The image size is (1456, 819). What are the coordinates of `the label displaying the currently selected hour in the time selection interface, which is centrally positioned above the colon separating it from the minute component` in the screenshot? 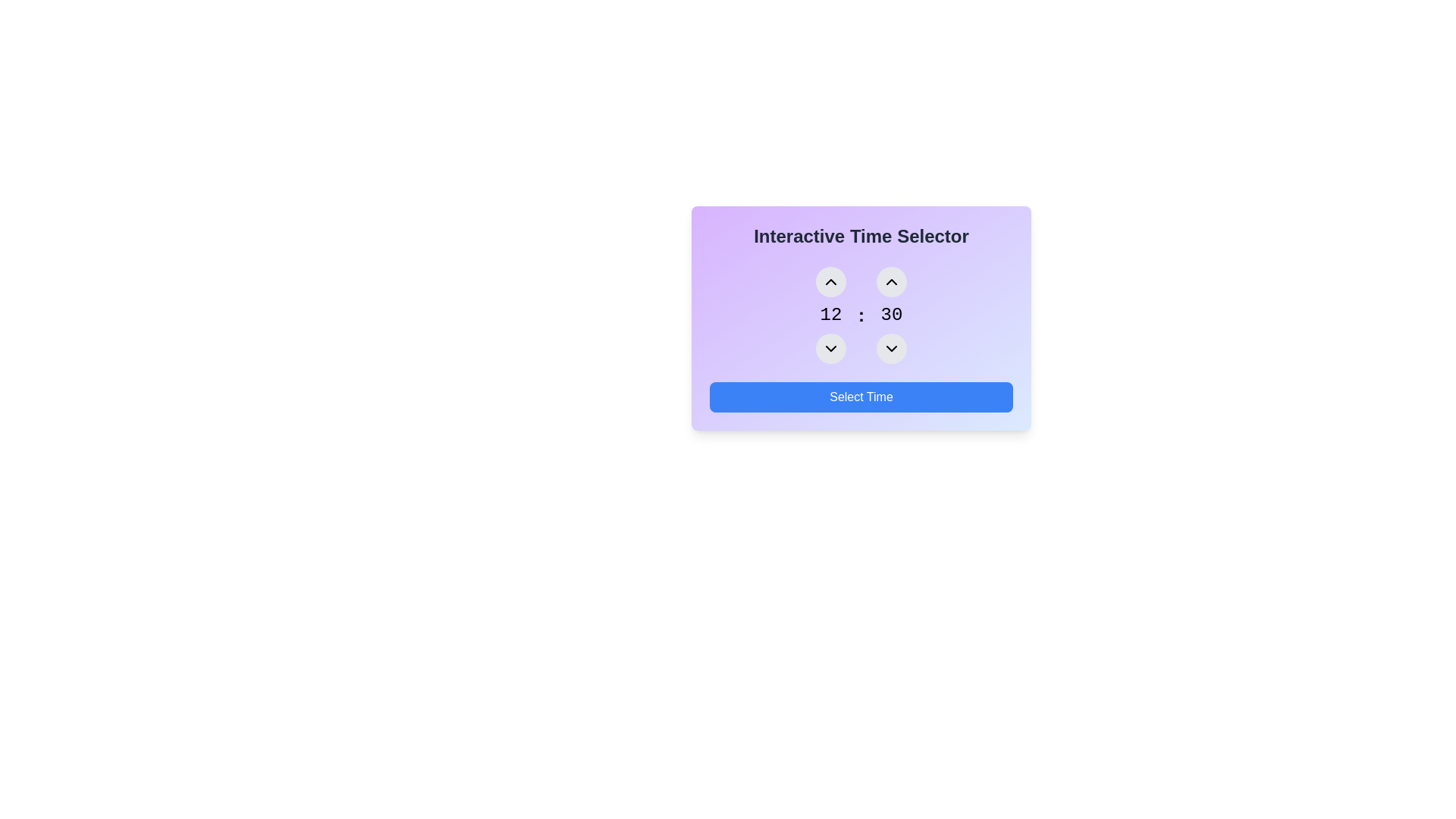 It's located at (830, 315).